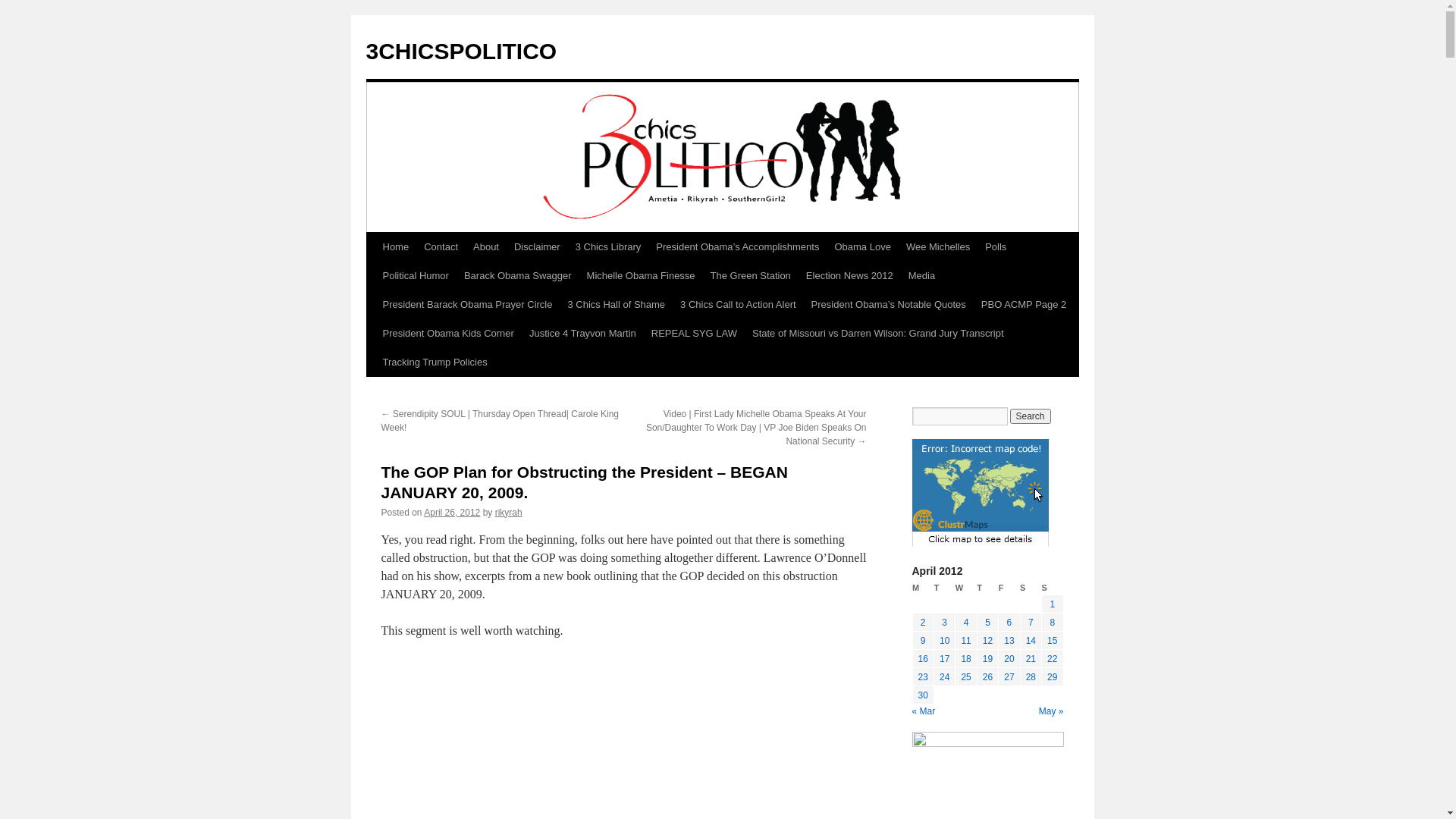  I want to click on '17', so click(943, 657).